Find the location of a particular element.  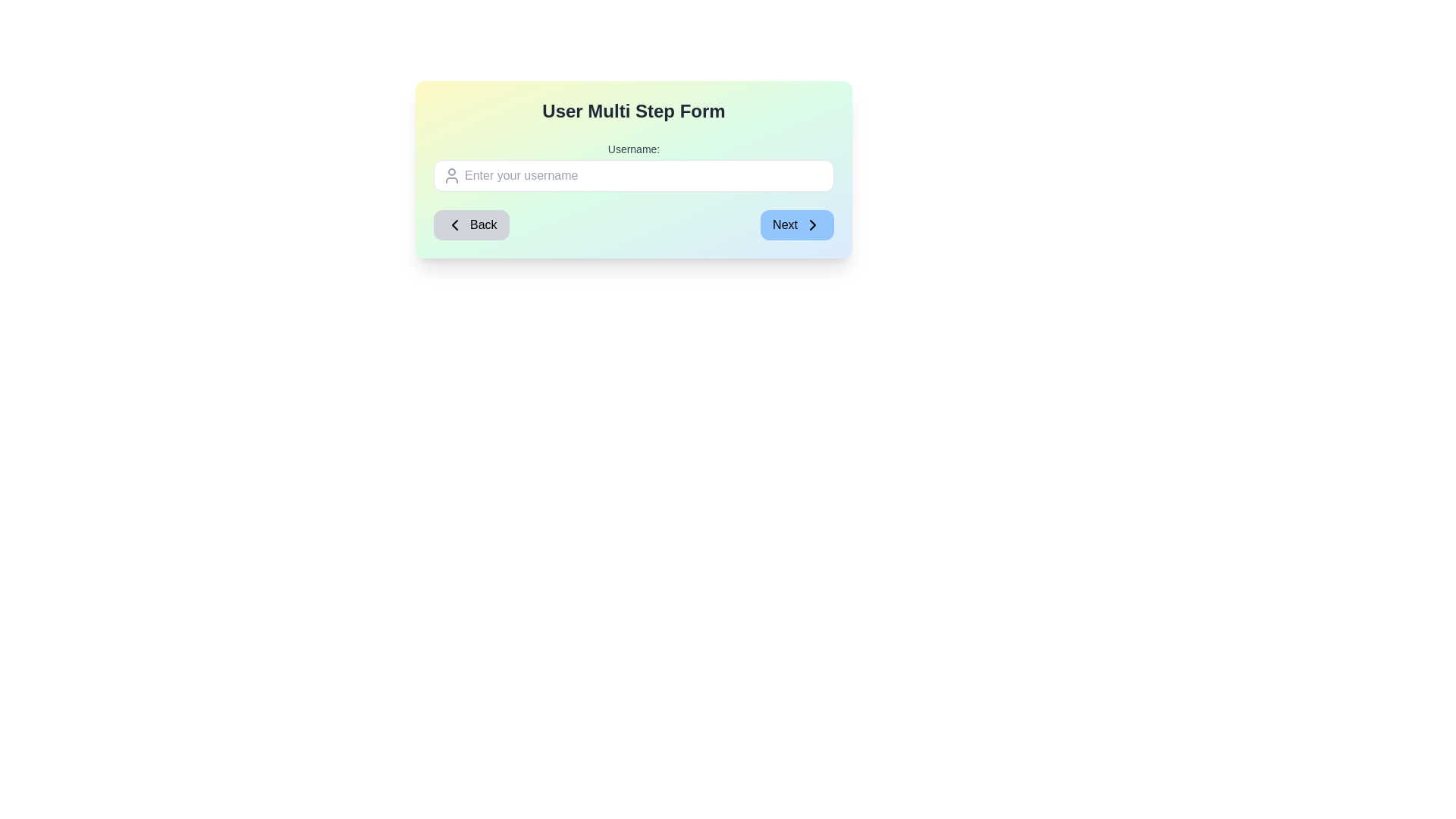

the chevron icon located within the 'Back' button is located at coordinates (454, 225).